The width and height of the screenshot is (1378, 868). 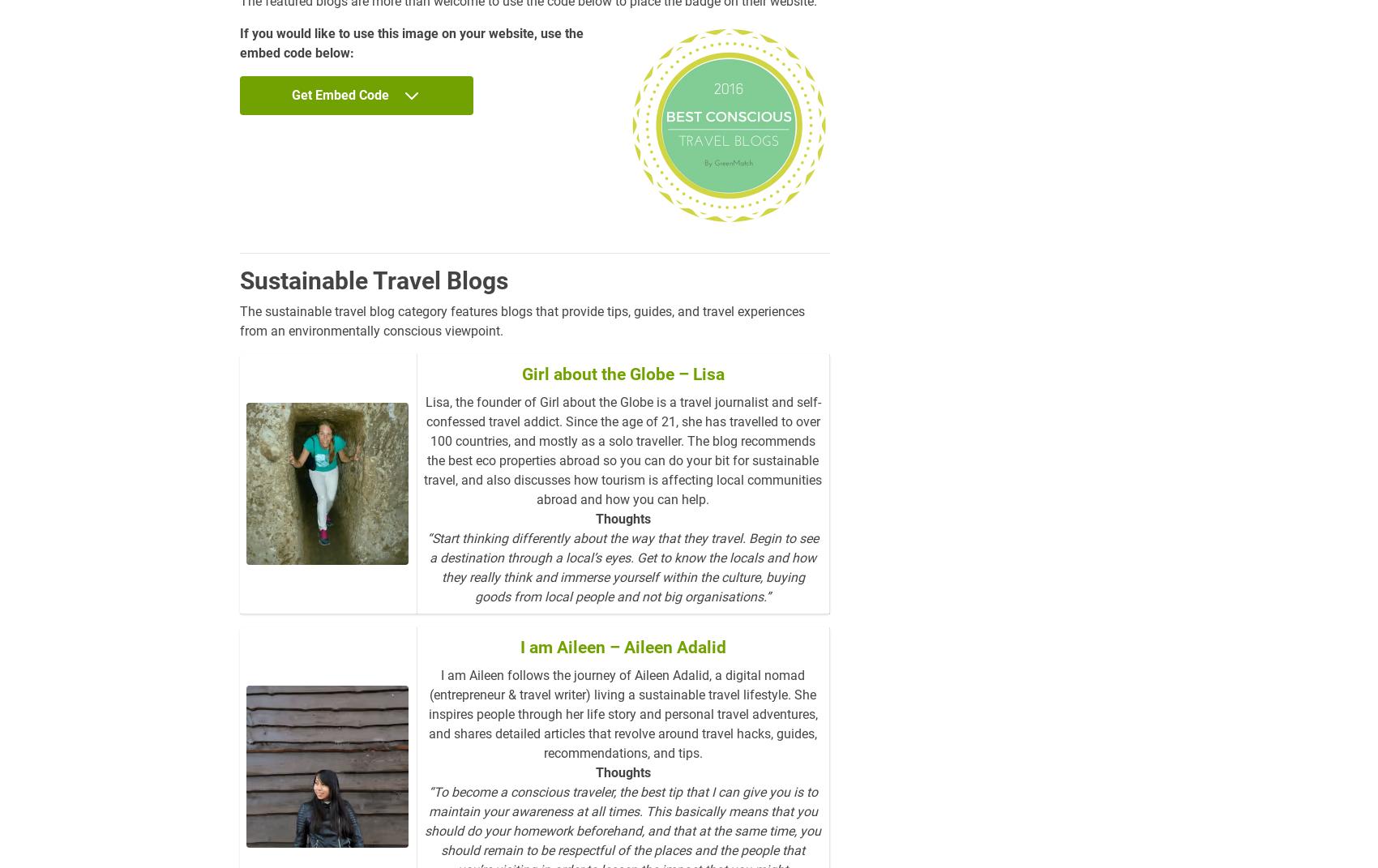 What do you see at coordinates (622, 451) in the screenshot?
I see `'Lisa, the founder of Girl about the Globe is a travel journalist and self-confessed travel addict. Since the age of 21, she has travelled to over 100 countries, and mostly as a solo traveller. The blog recommends the best eco properties abroad so you can do your bit for sustainable travel, and also discusses how tourism is affecting local communities abroad and how you can help.'` at bounding box center [622, 451].